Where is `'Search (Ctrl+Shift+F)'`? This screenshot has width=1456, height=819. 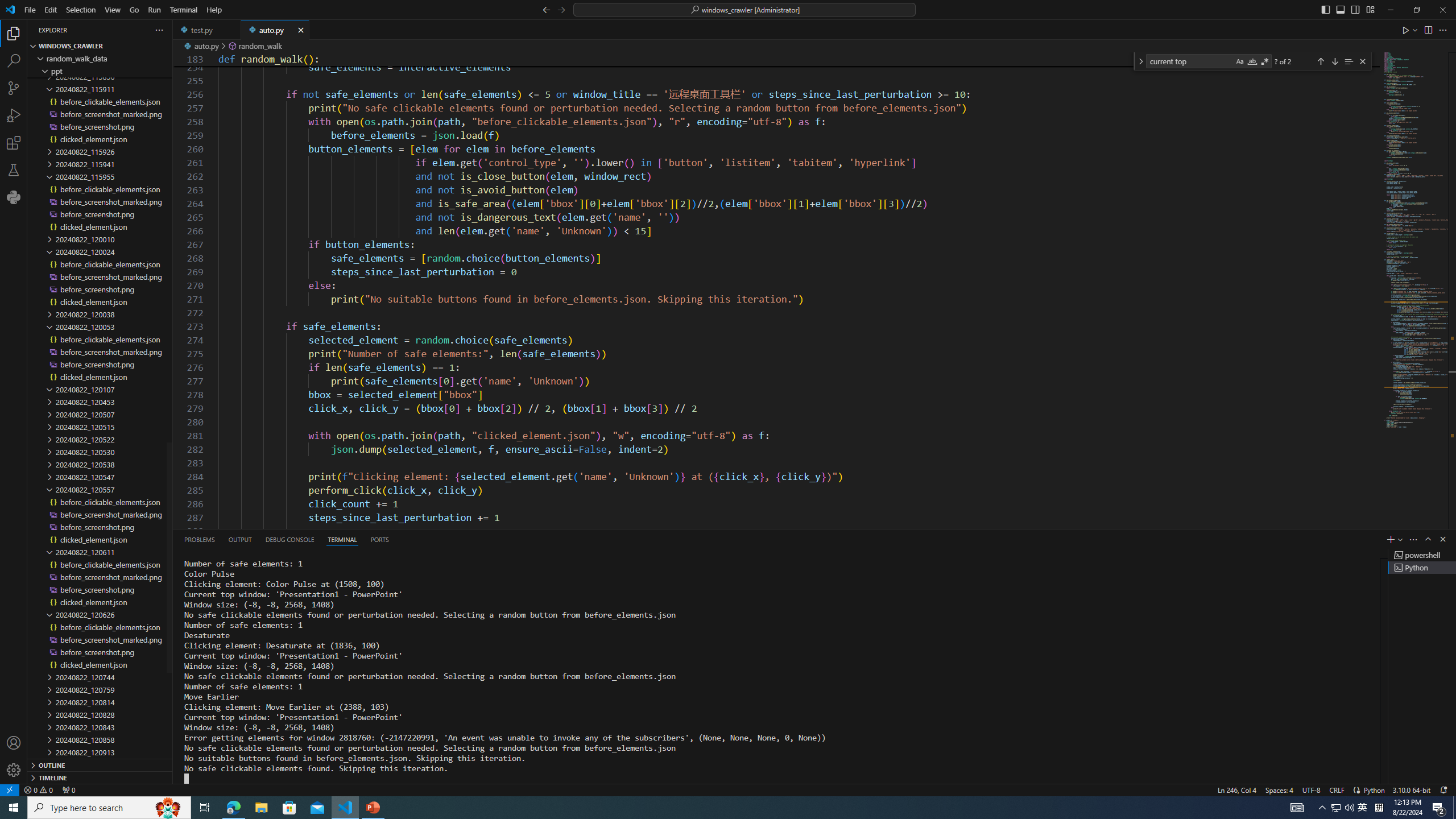 'Search (Ctrl+Shift+F)' is located at coordinates (14, 61).